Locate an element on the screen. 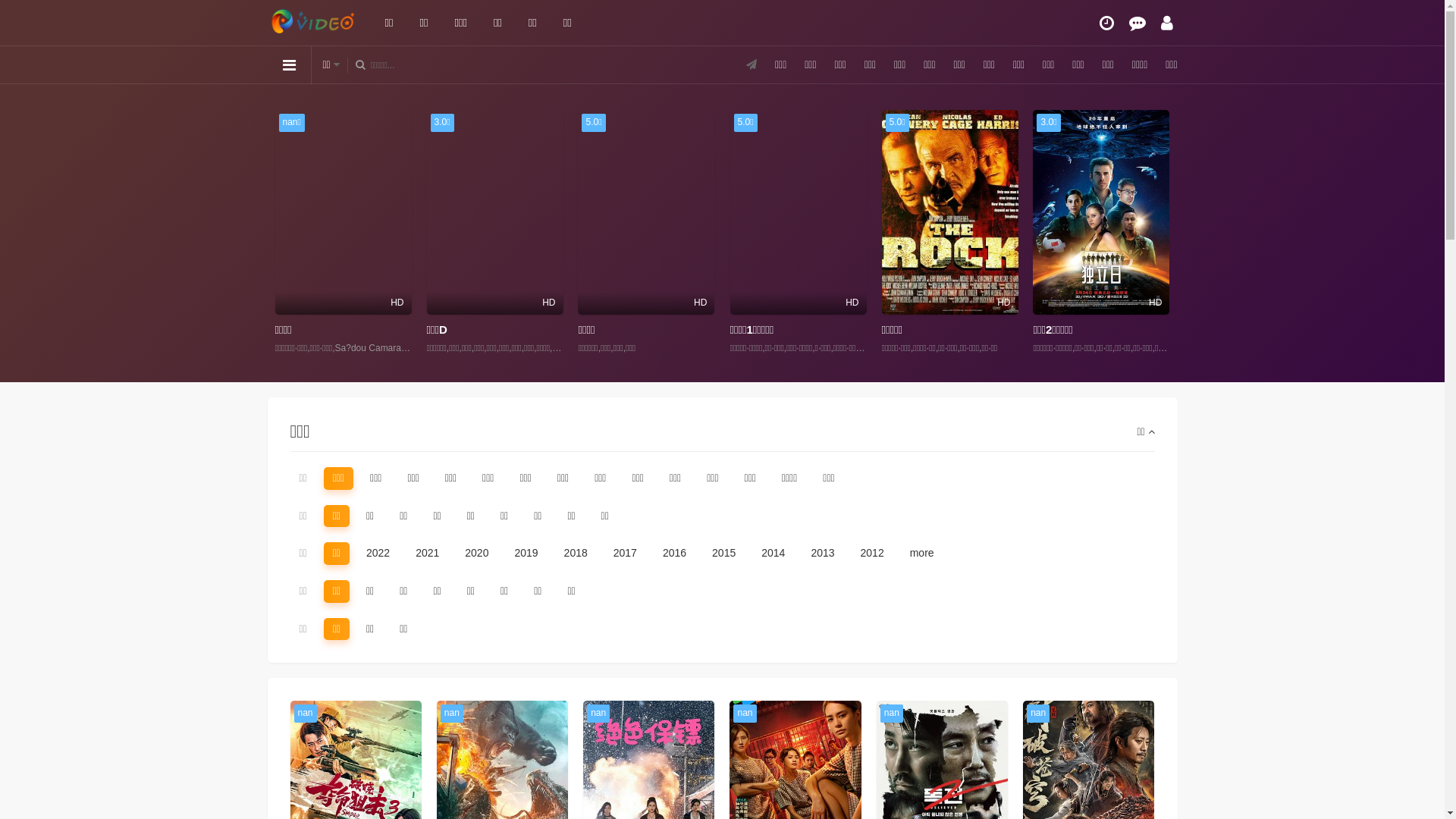 The height and width of the screenshot is (819, 1456). '2012' is located at coordinates (872, 553).